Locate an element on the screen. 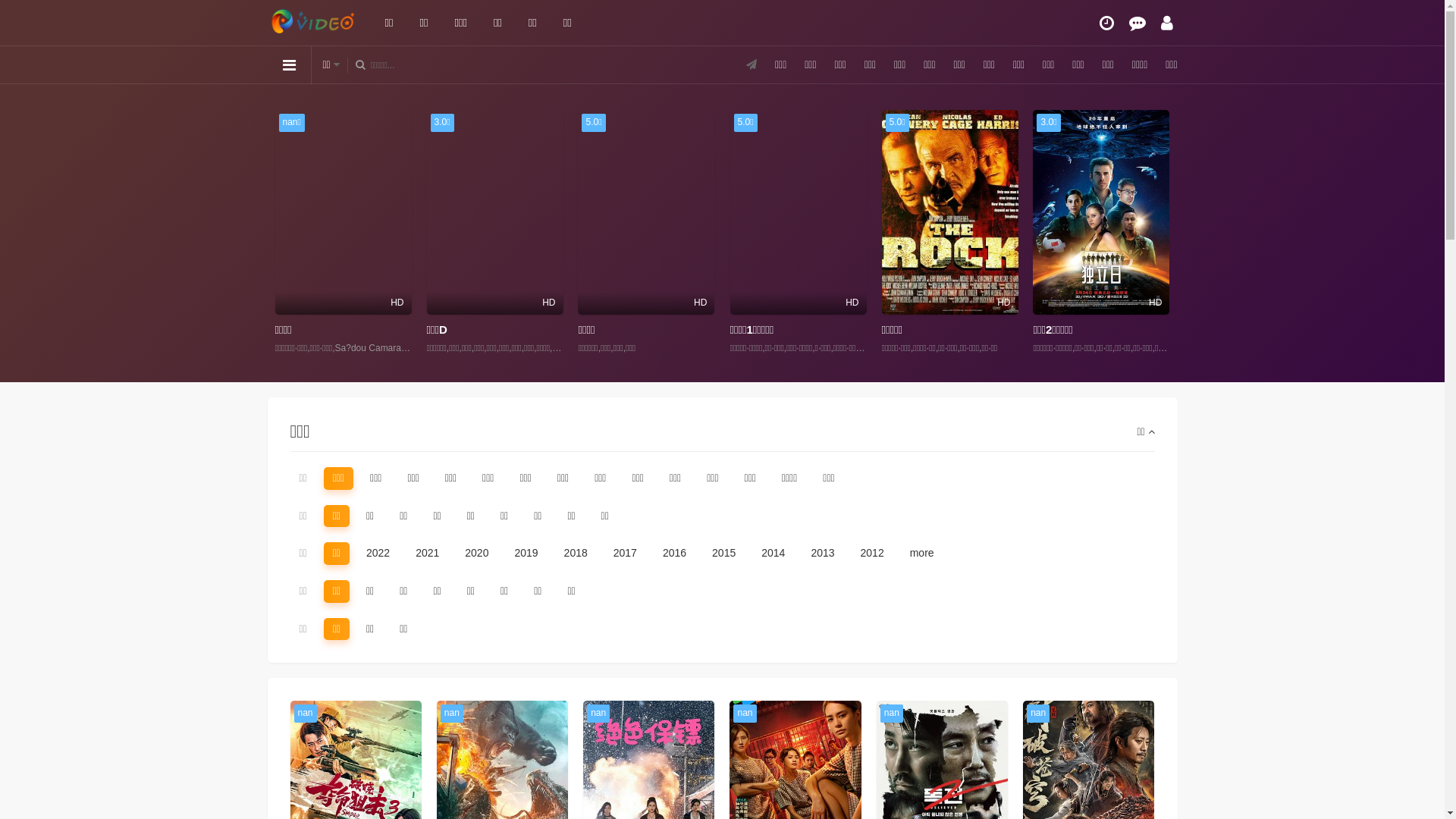 The height and width of the screenshot is (819, 1456). '2012' is located at coordinates (872, 553).